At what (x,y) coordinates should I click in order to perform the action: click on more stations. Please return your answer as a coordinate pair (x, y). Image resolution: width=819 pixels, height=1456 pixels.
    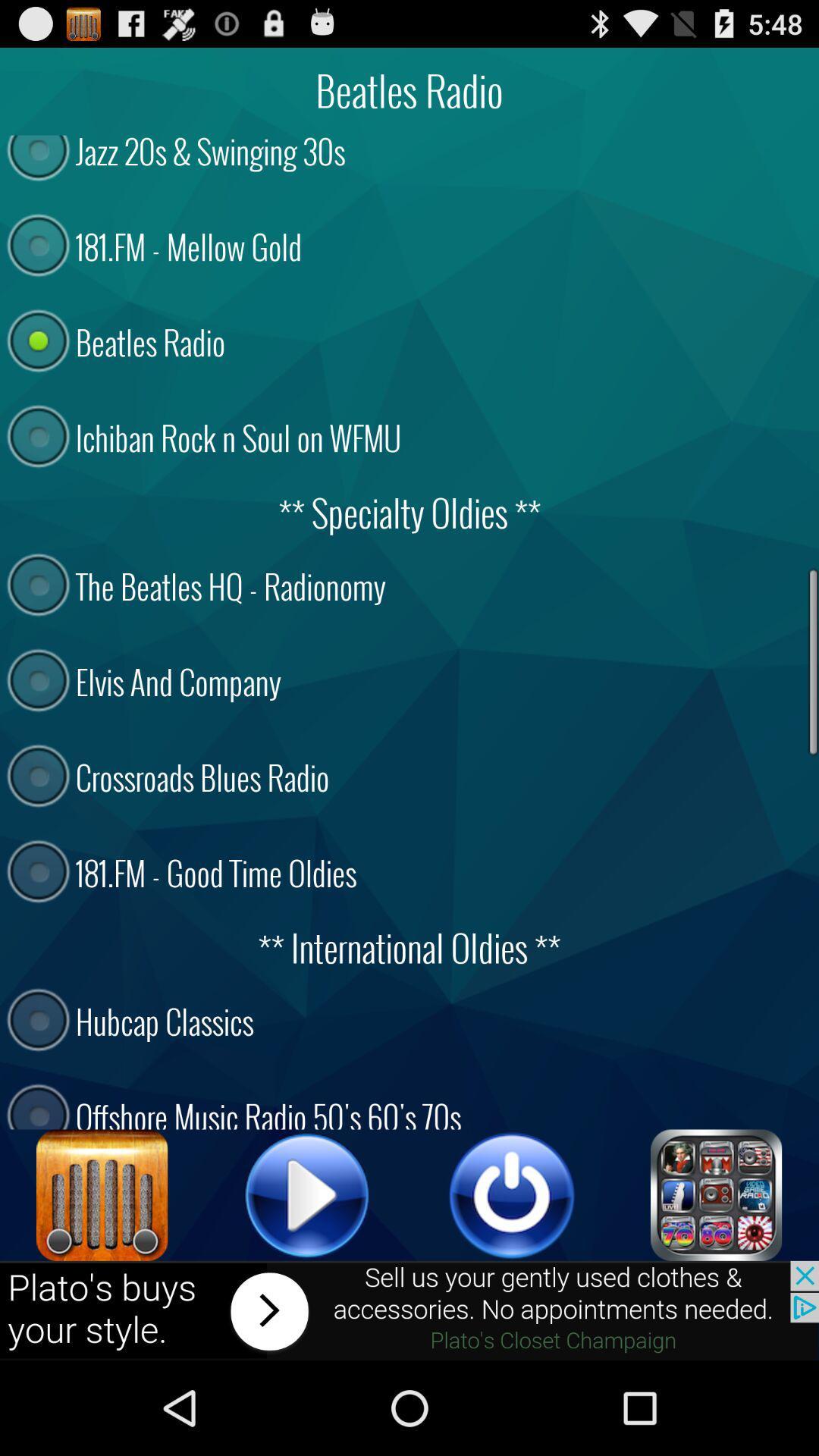
    Looking at the image, I should click on (717, 1194).